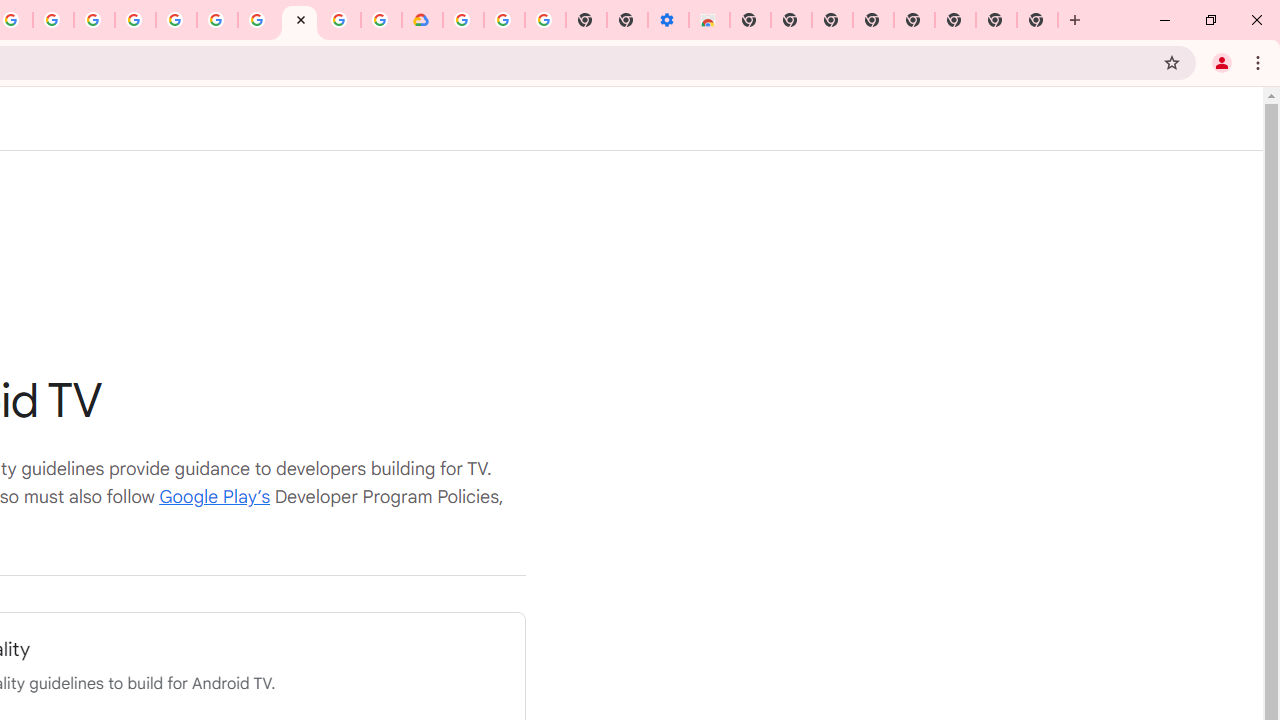 Image resolution: width=1280 pixels, height=720 pixels. I want to click on 'Create your Google Account', so click(53, 20).